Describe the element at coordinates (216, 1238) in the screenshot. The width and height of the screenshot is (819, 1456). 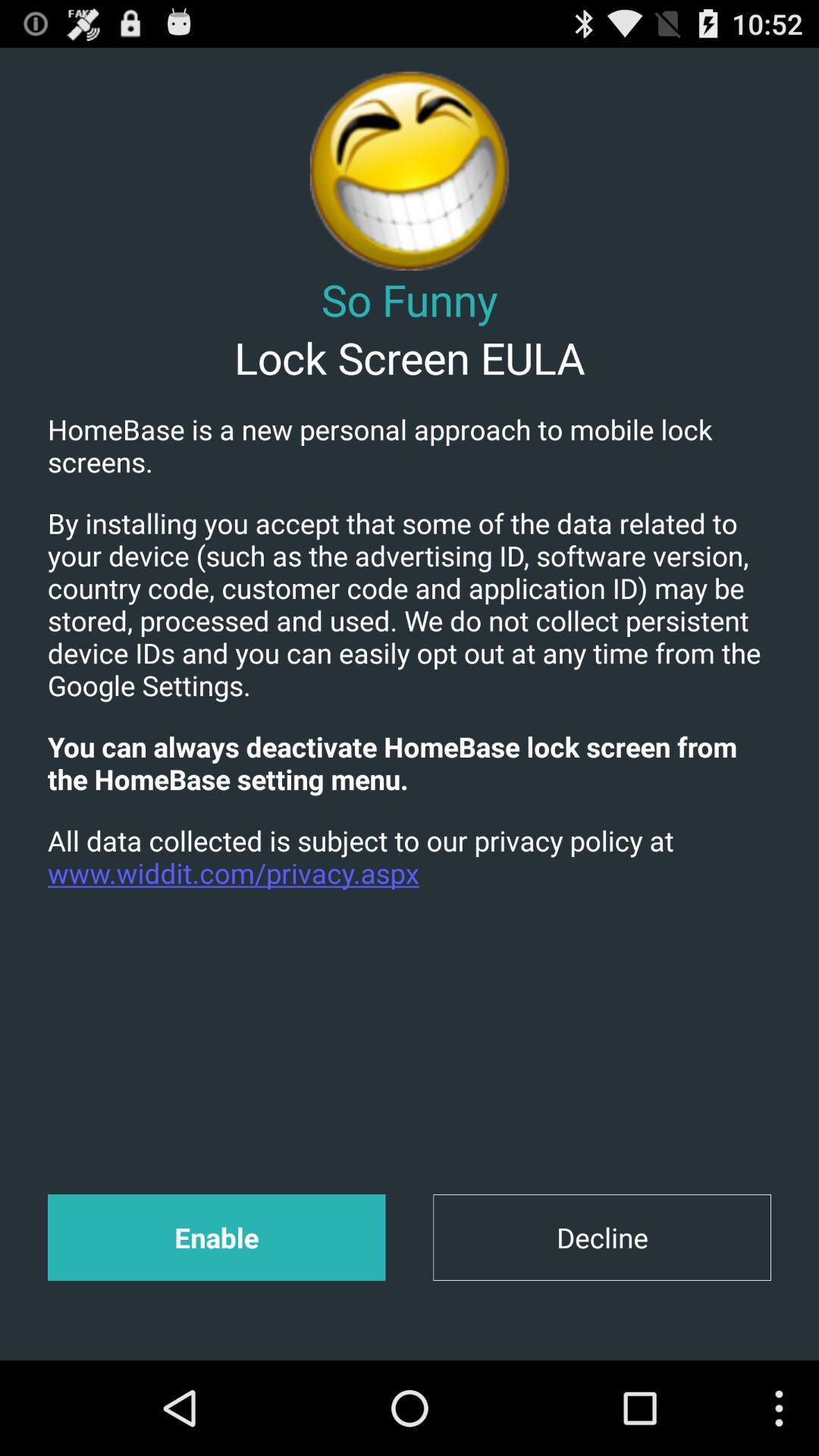
I see `item at the bottom left corner` at that location.